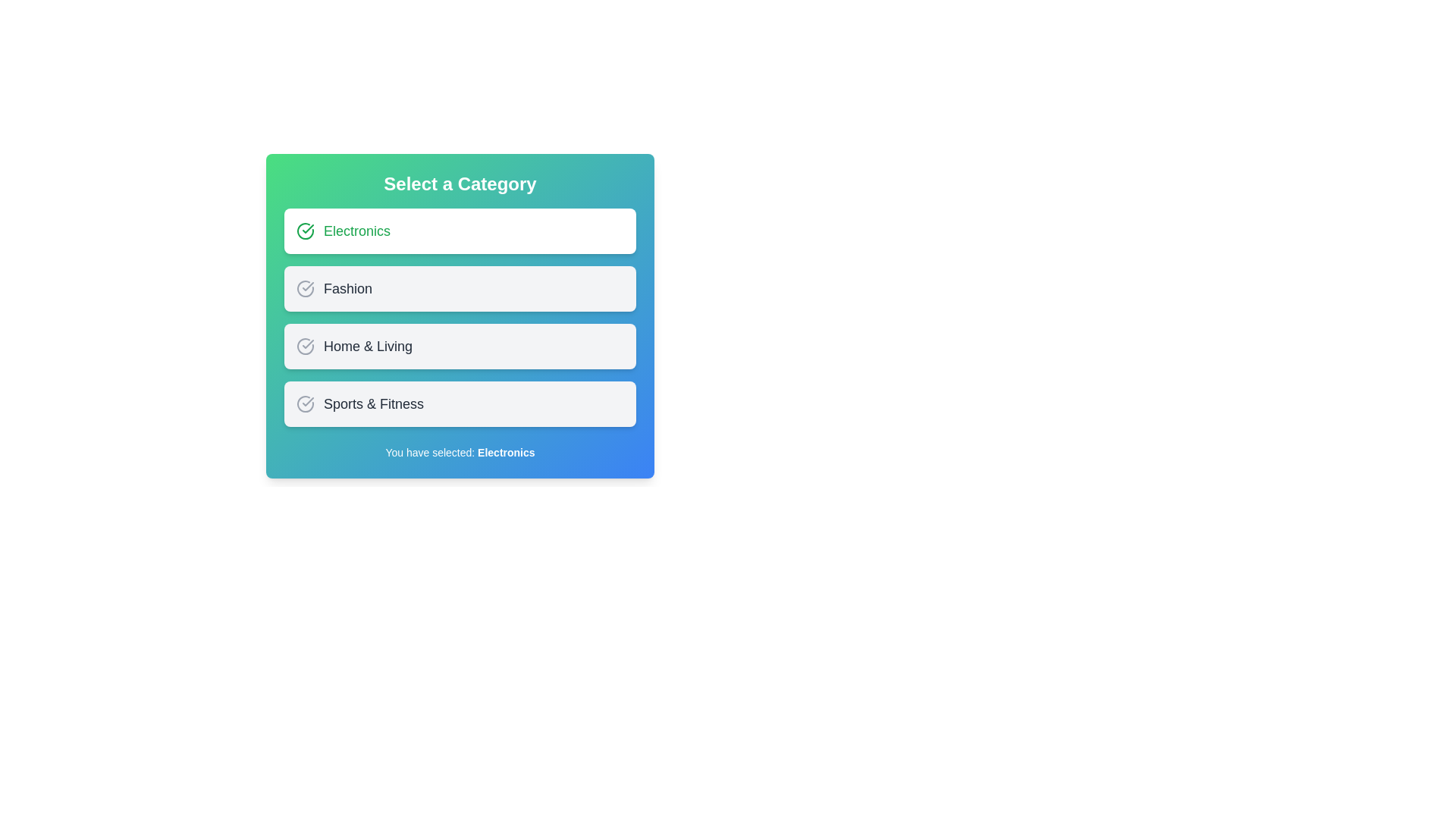  I want to click on the 'Fashion' category selection button, which is the second item in the vertical list of selectable categories, located below 'Electronics' and above 'Home & Living' and 'Sports & Fitness', so click(459, 289).